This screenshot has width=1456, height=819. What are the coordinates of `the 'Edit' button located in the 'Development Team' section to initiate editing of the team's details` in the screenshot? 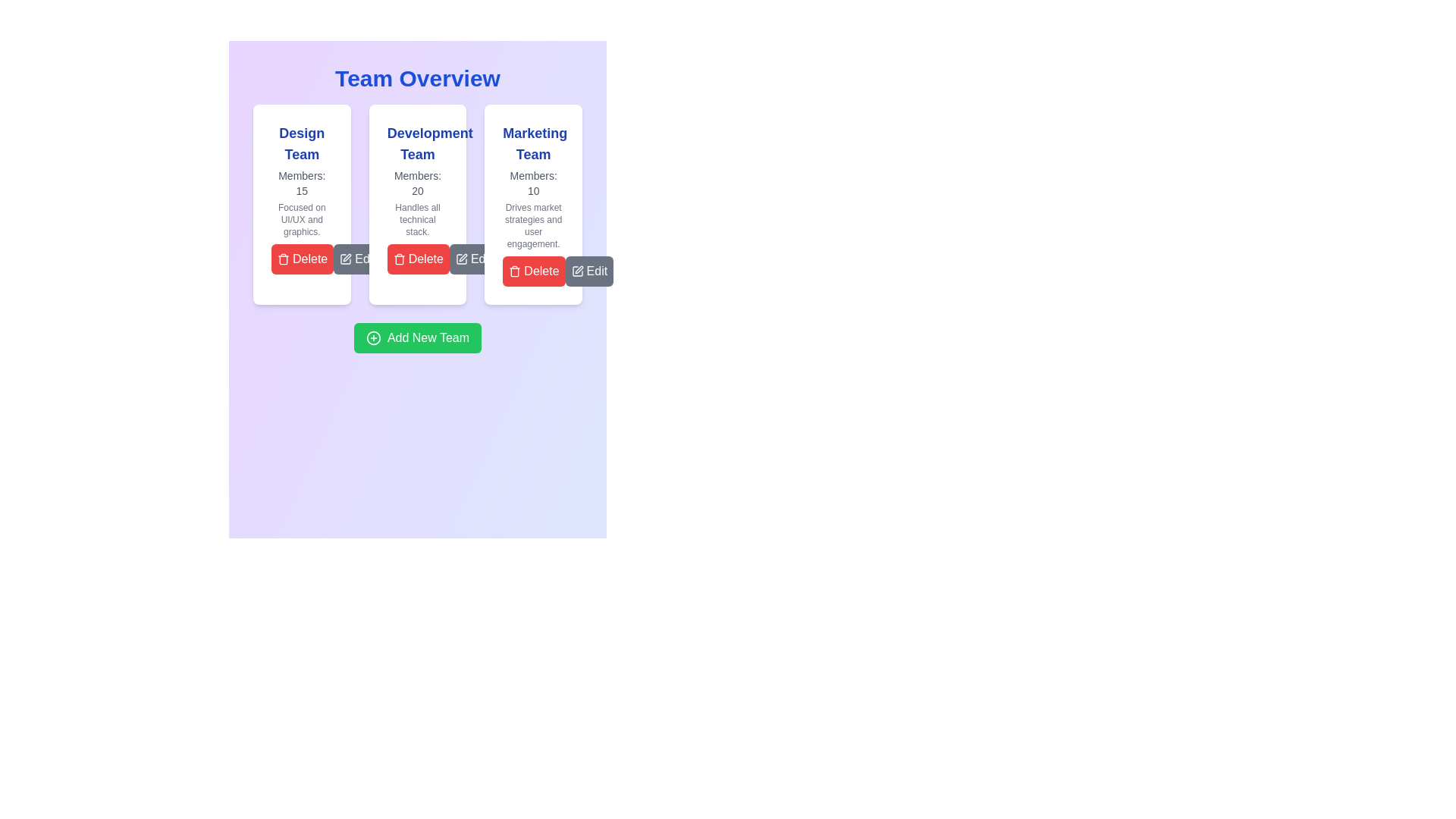 It's located at (357, 259).